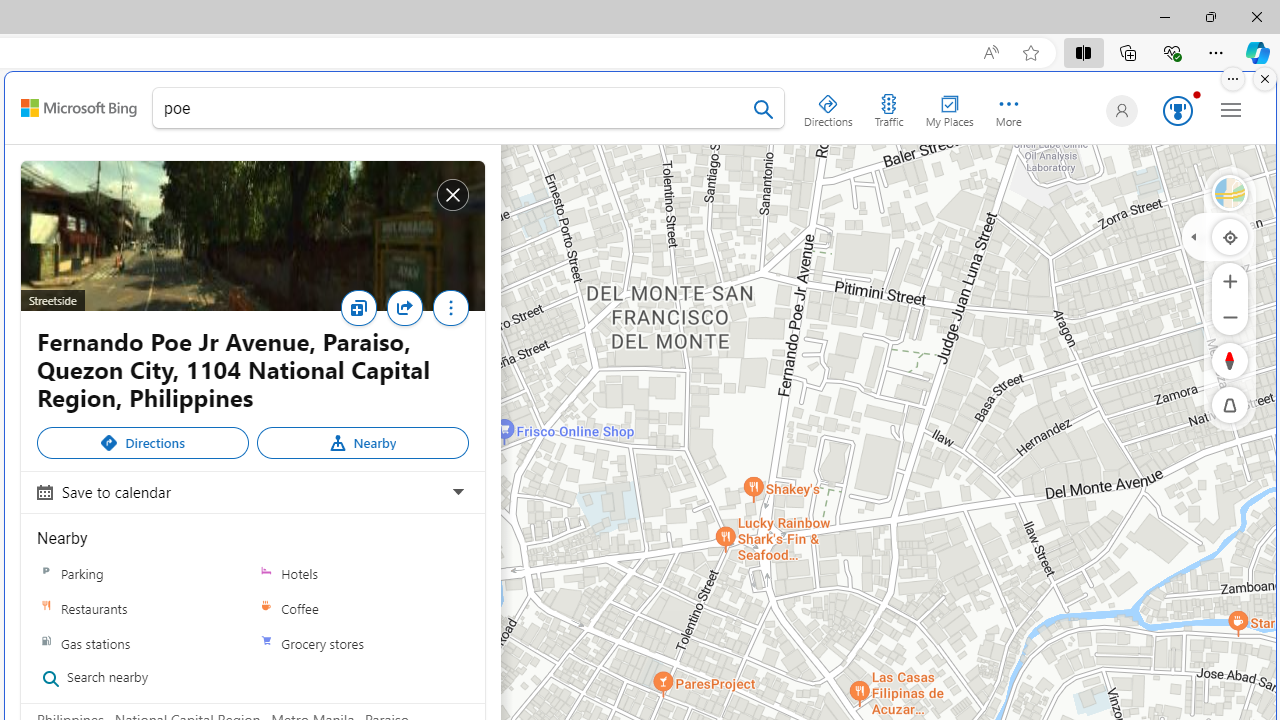 The width and height of the screenshot is (1280, 720). Describe the element at coordinates (1230, 109) in the screenshot. I see `'Settings and quick links'` at that location.